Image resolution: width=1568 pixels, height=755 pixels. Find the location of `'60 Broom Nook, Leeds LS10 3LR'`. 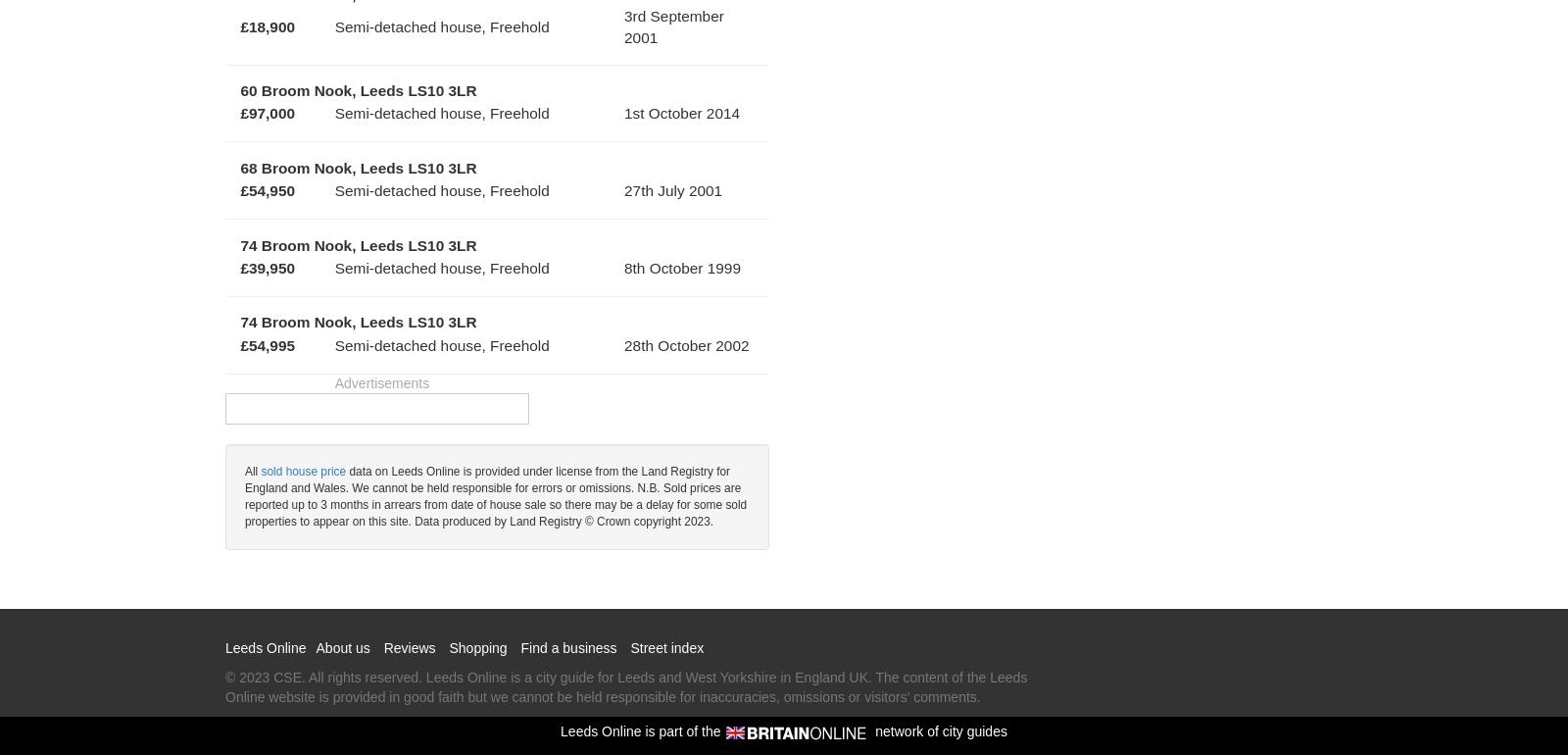

'60 Broom Nook, Leeds LS10 3LR' is located at coordinates (358, 88).